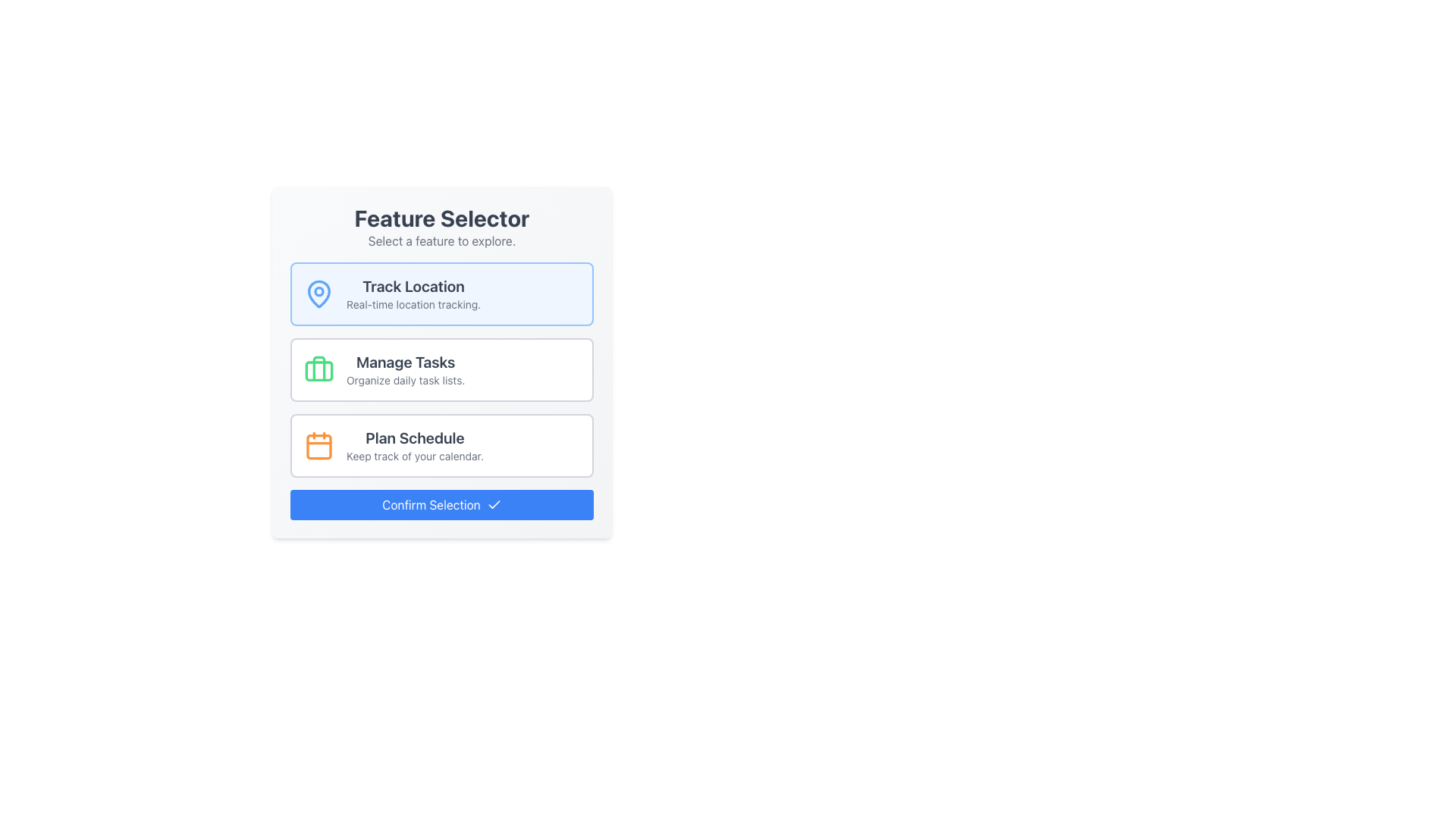 Image resolution: width=1456 pixels, height=819 pixels. Describe the element at coordinates (318, 370) in the screenshot. I see `the 'Manage Tasks' icon, located to the left of the text 'Manage Tasks' in the task management section` at that location.